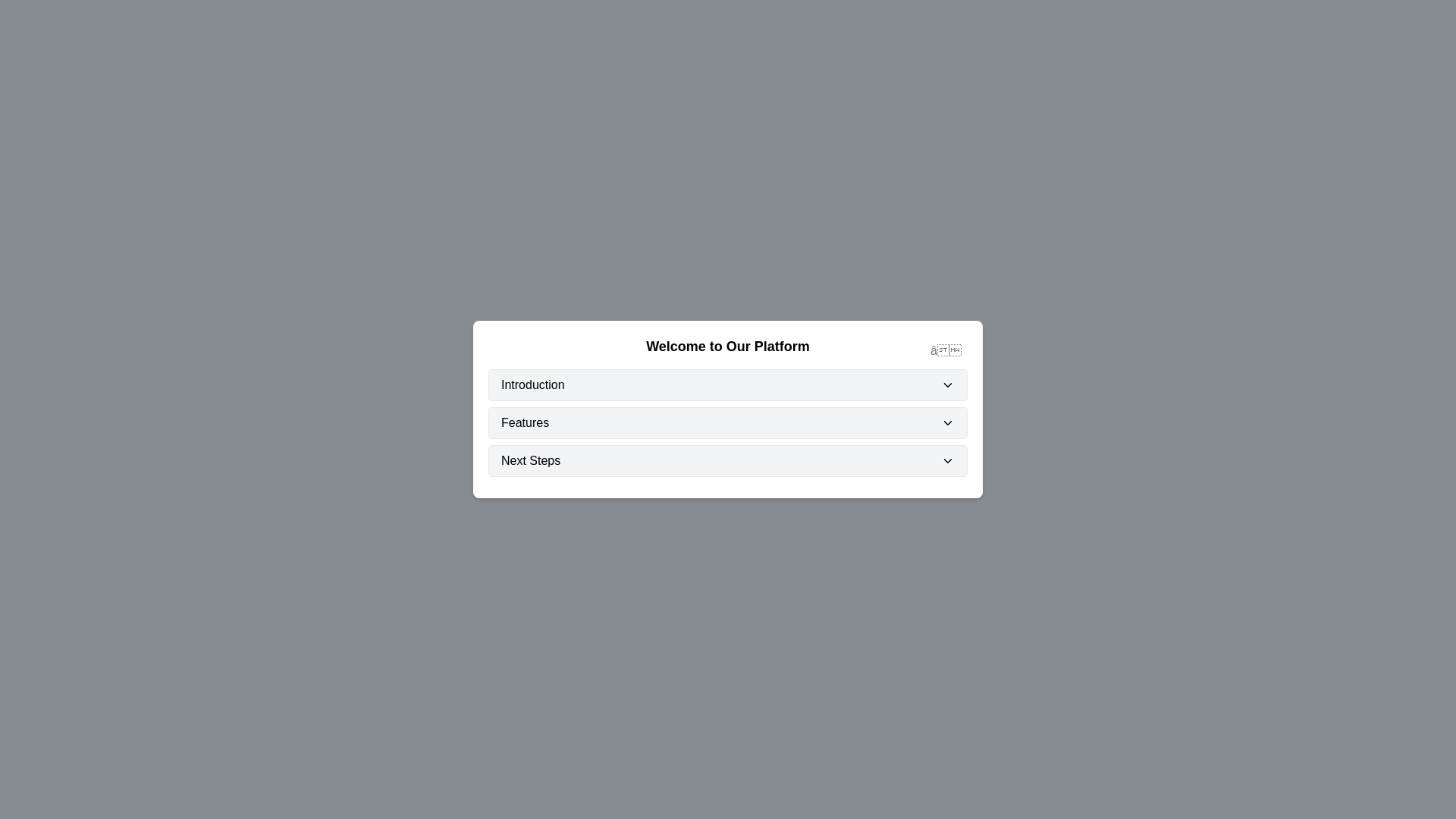 The height and width of the screenshot is (819, 1456). What do you see at coordinates (532, 384) in the screenshot?
I see `the text label displaying 'Introduction' in a bold font, positioned within a light-gray background bar at the top of the 'Introduction' section` at bounding box center [532, 384].